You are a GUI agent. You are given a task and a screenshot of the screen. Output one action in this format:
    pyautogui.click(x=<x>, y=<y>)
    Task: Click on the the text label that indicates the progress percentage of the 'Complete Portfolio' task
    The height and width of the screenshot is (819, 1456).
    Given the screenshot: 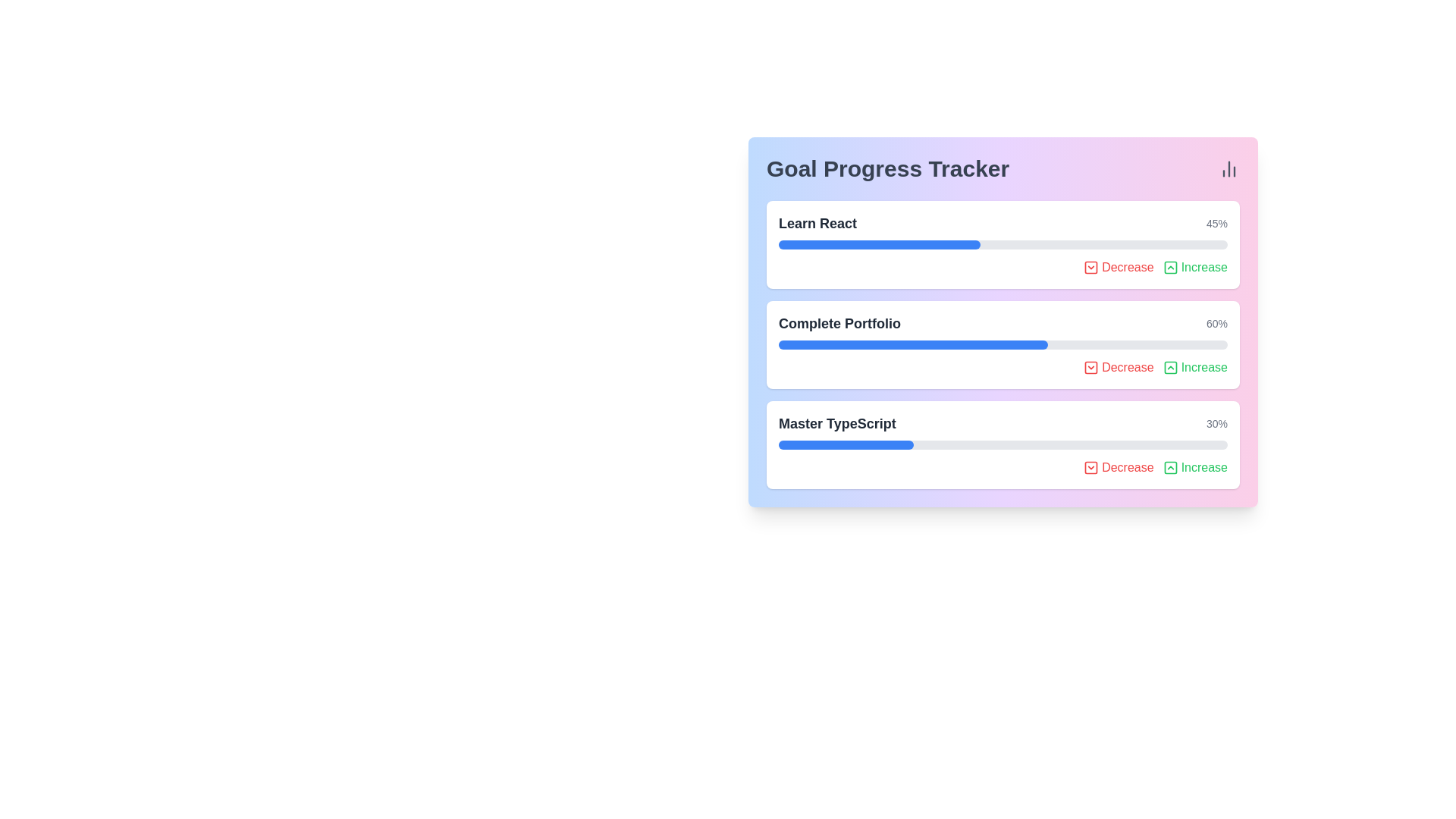 What is the action you would take?
    pyautogui.click(x=1216, y=323)
    